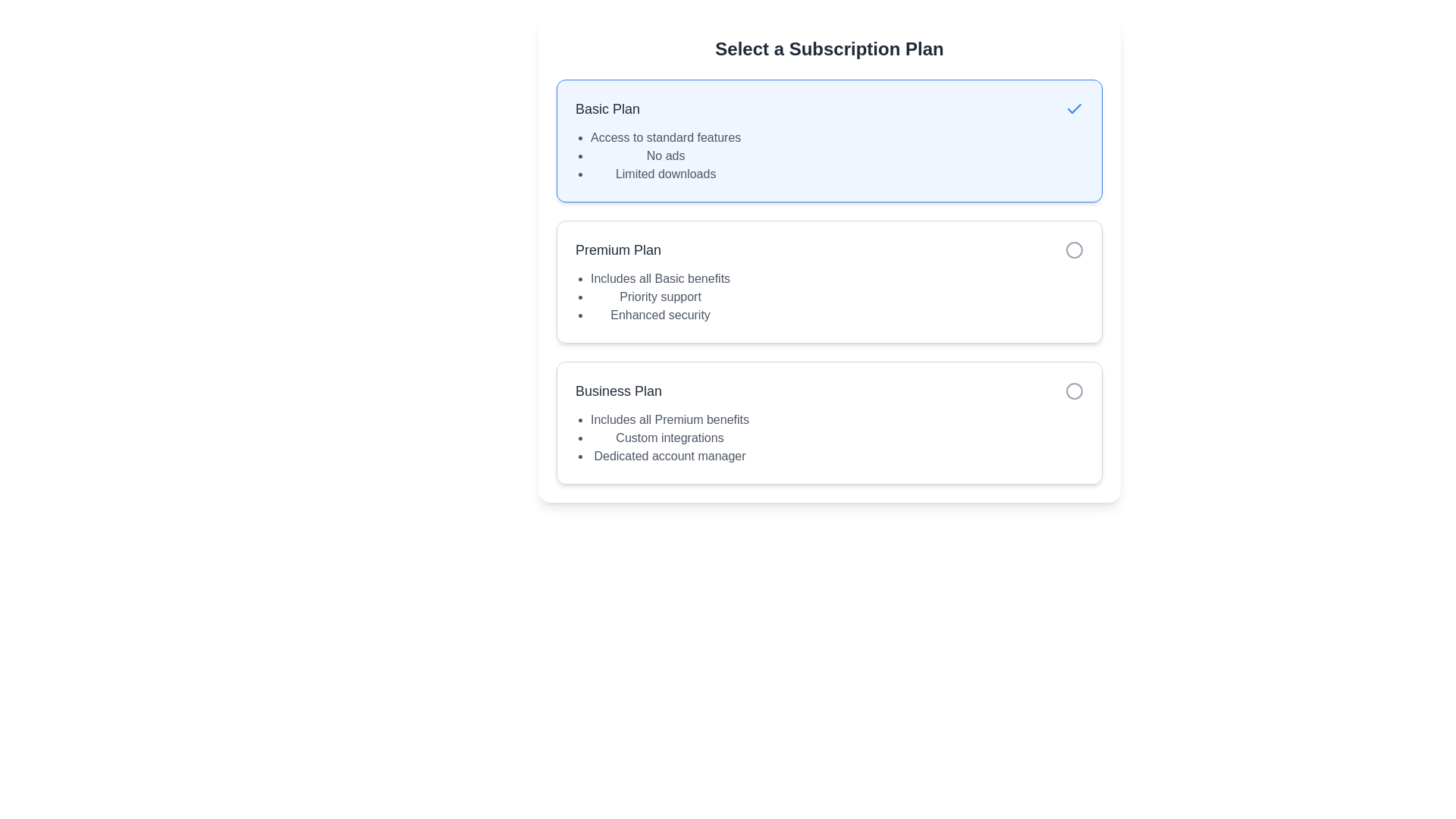 The image size is (1456, 819). What do you see at coordinates (1073, 108) in the screenshot?
I see `the active status icon indicating the selected 'Basic Plan' option located in the top right corner of the 'Basic Plan' card header` at bounding box center [1073, 108].